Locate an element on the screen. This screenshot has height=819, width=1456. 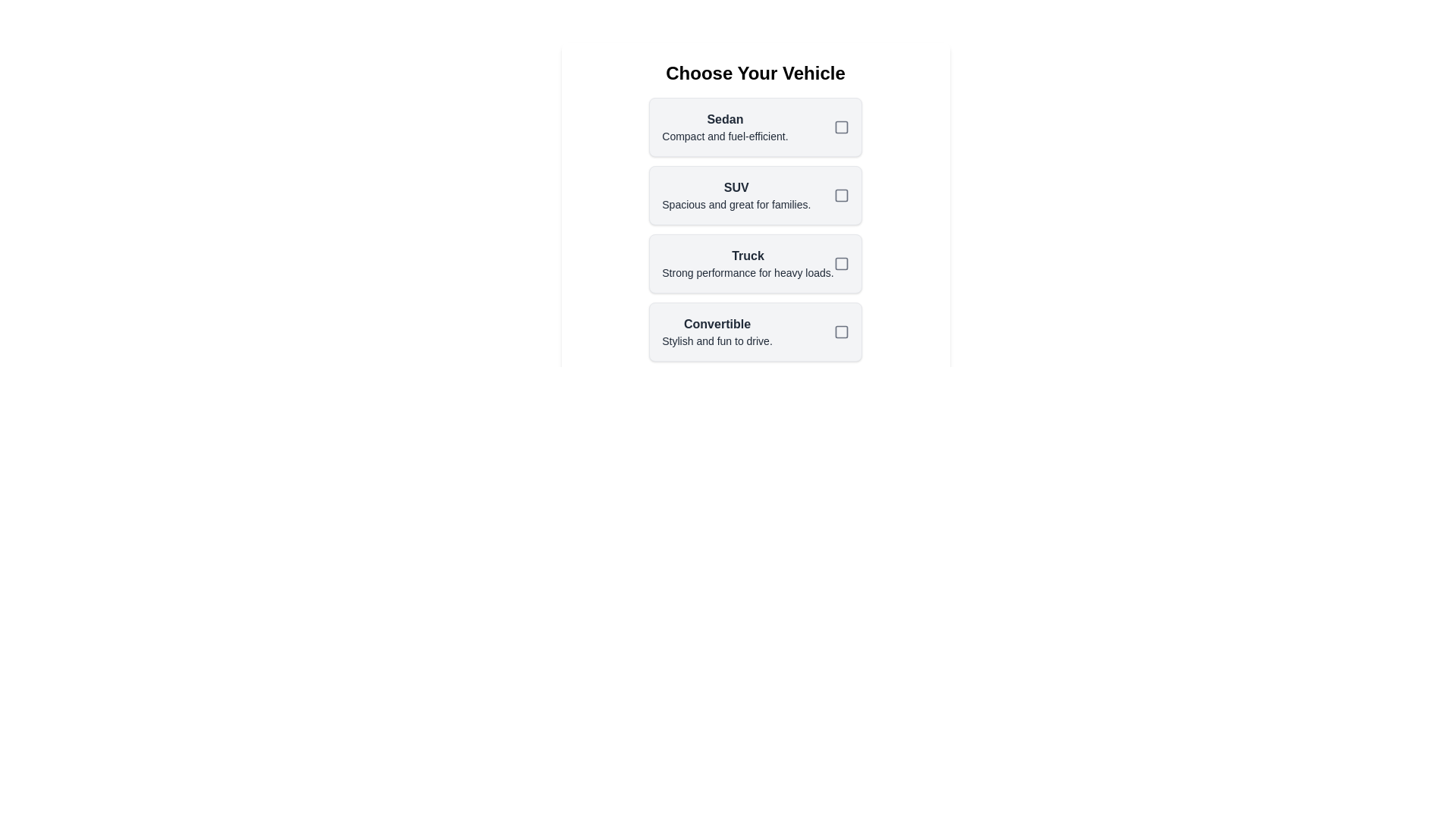
the vehicle entry corresponding to SUV is located at coordinates (755, 195).